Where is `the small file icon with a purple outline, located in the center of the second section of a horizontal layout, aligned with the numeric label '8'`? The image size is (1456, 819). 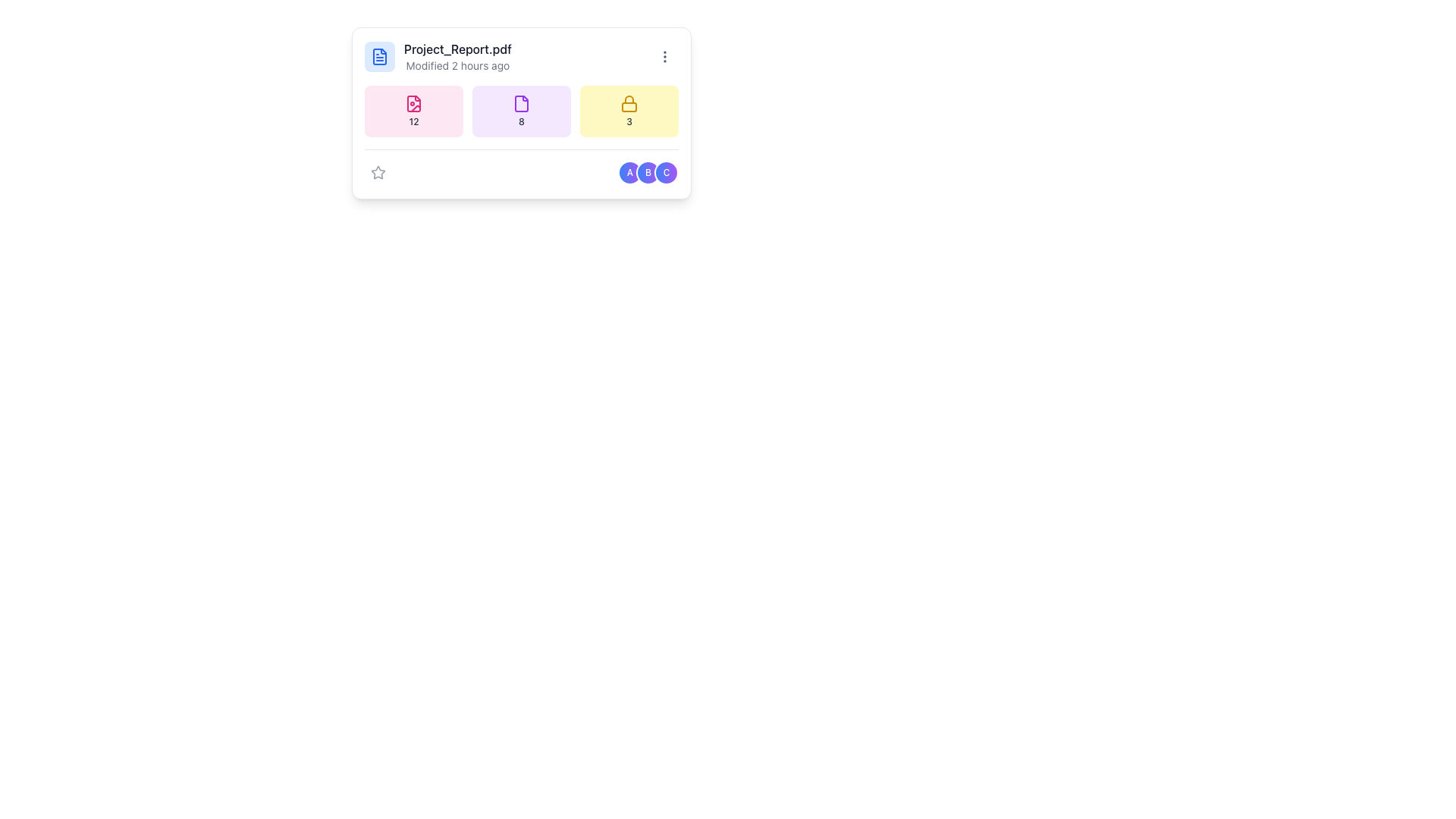 the small file icon with a purple outline, located in the center of the second section of a horizontal layout, aligned with the numeric label '8' is located at coordinates (521, 103).